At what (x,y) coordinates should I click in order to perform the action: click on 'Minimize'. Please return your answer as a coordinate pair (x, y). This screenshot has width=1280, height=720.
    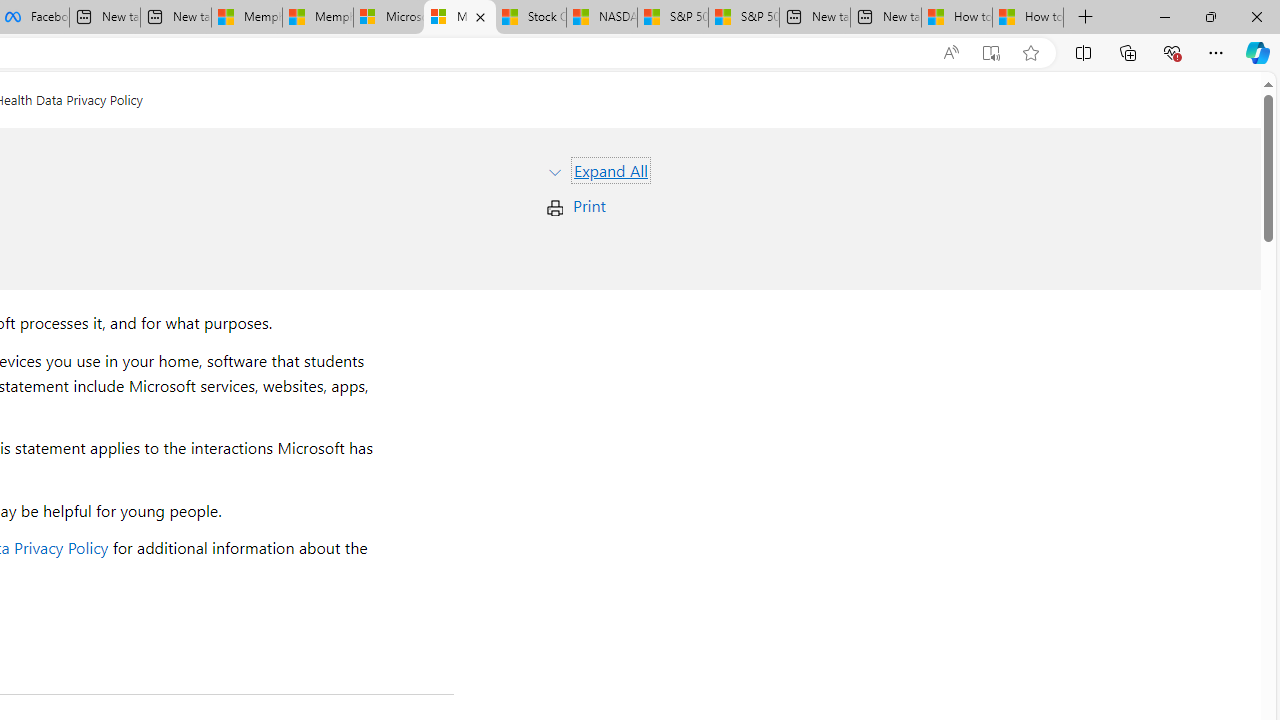
    Looking at the image, I should click on (1164, 16).